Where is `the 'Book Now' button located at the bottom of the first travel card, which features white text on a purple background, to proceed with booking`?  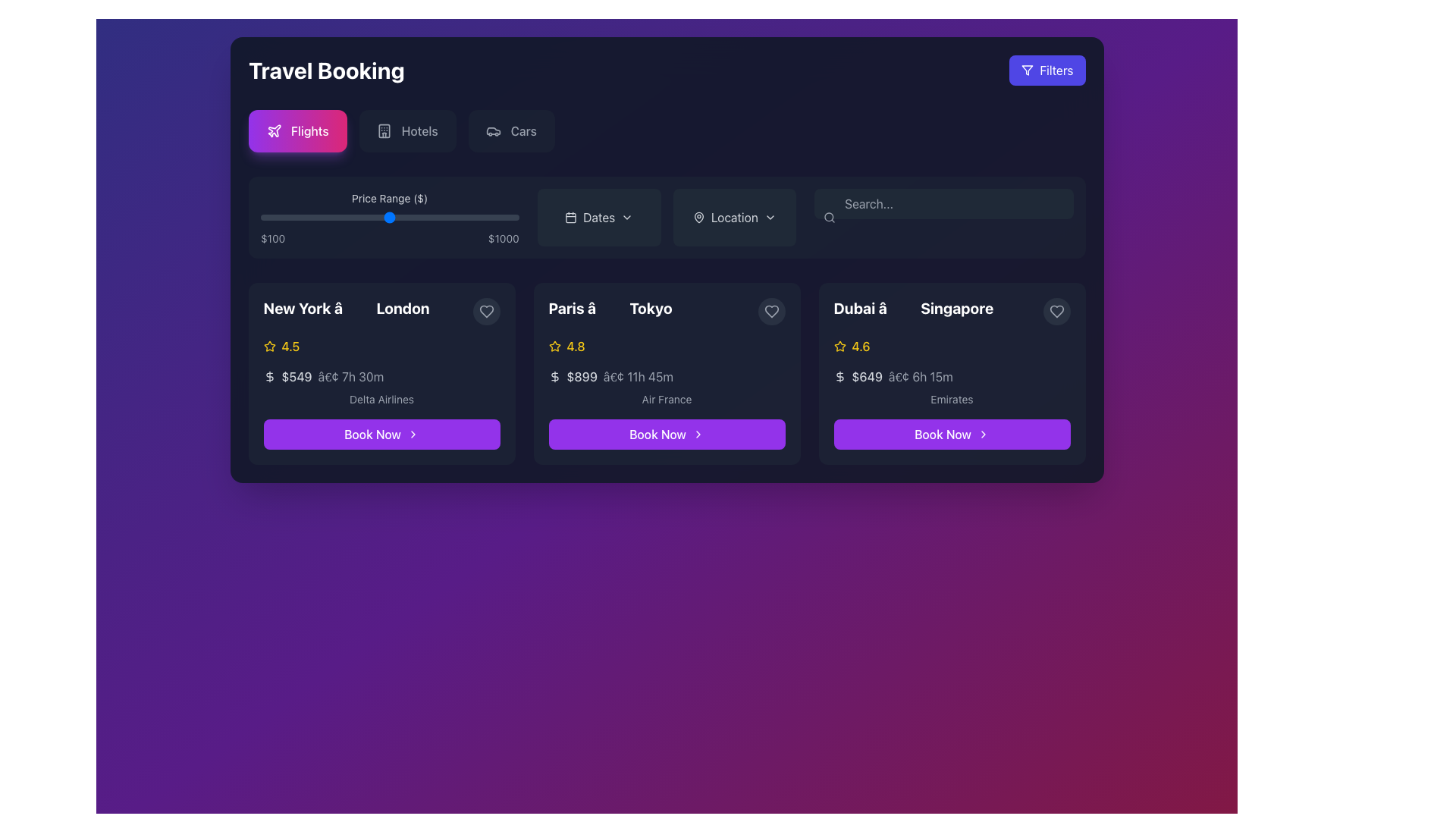 the 'Book Now' button located at the bottom of the first travel card, which features white text on a purple background, to proceed with booking is located at coordinates (372, 435).